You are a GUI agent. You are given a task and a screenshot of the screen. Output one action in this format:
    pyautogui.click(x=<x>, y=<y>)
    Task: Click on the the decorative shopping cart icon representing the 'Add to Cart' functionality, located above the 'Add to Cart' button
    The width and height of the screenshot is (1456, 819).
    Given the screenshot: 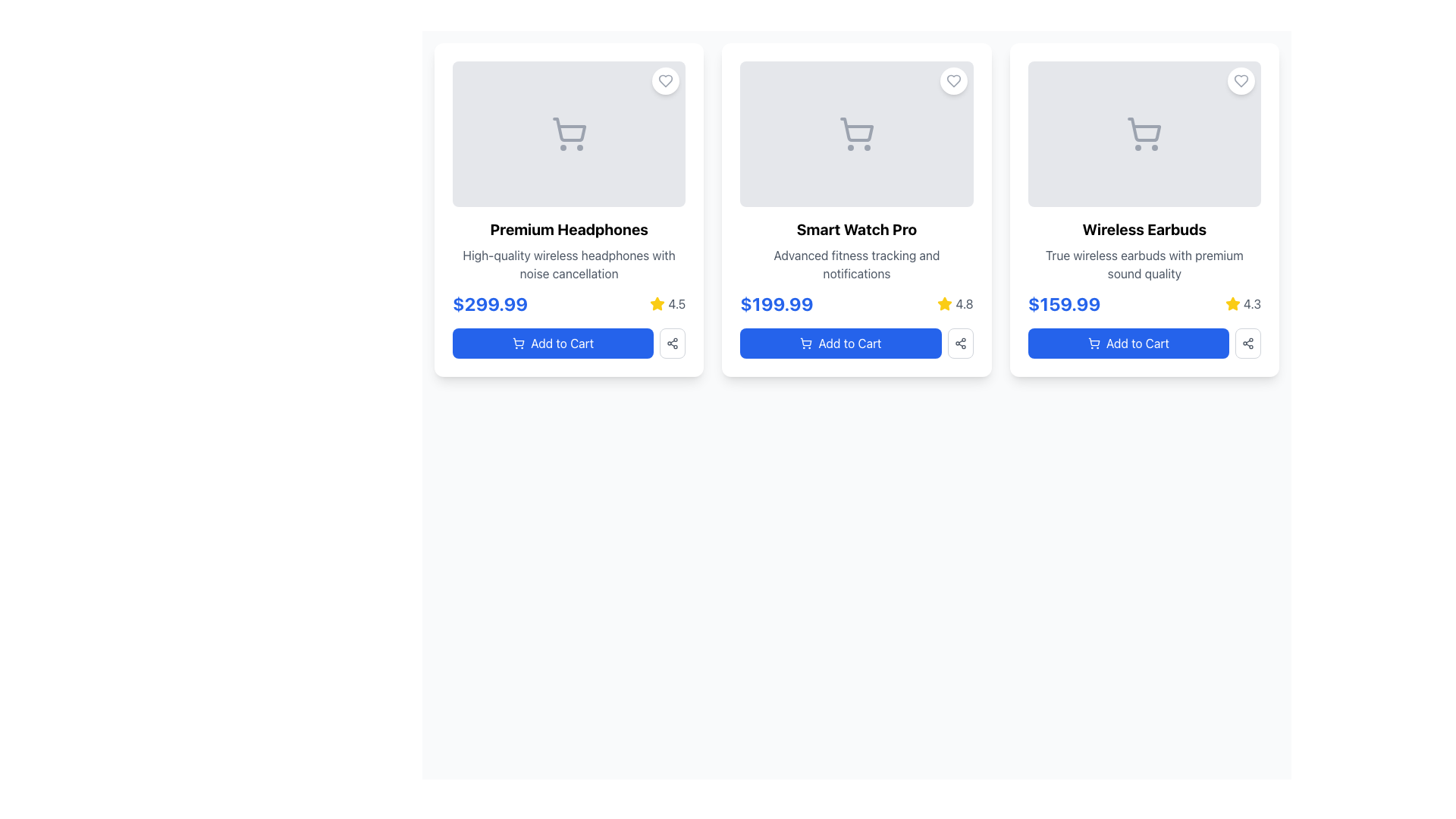 What is the action you would take?
    pyautogui.click(x=1094, y=342)
    